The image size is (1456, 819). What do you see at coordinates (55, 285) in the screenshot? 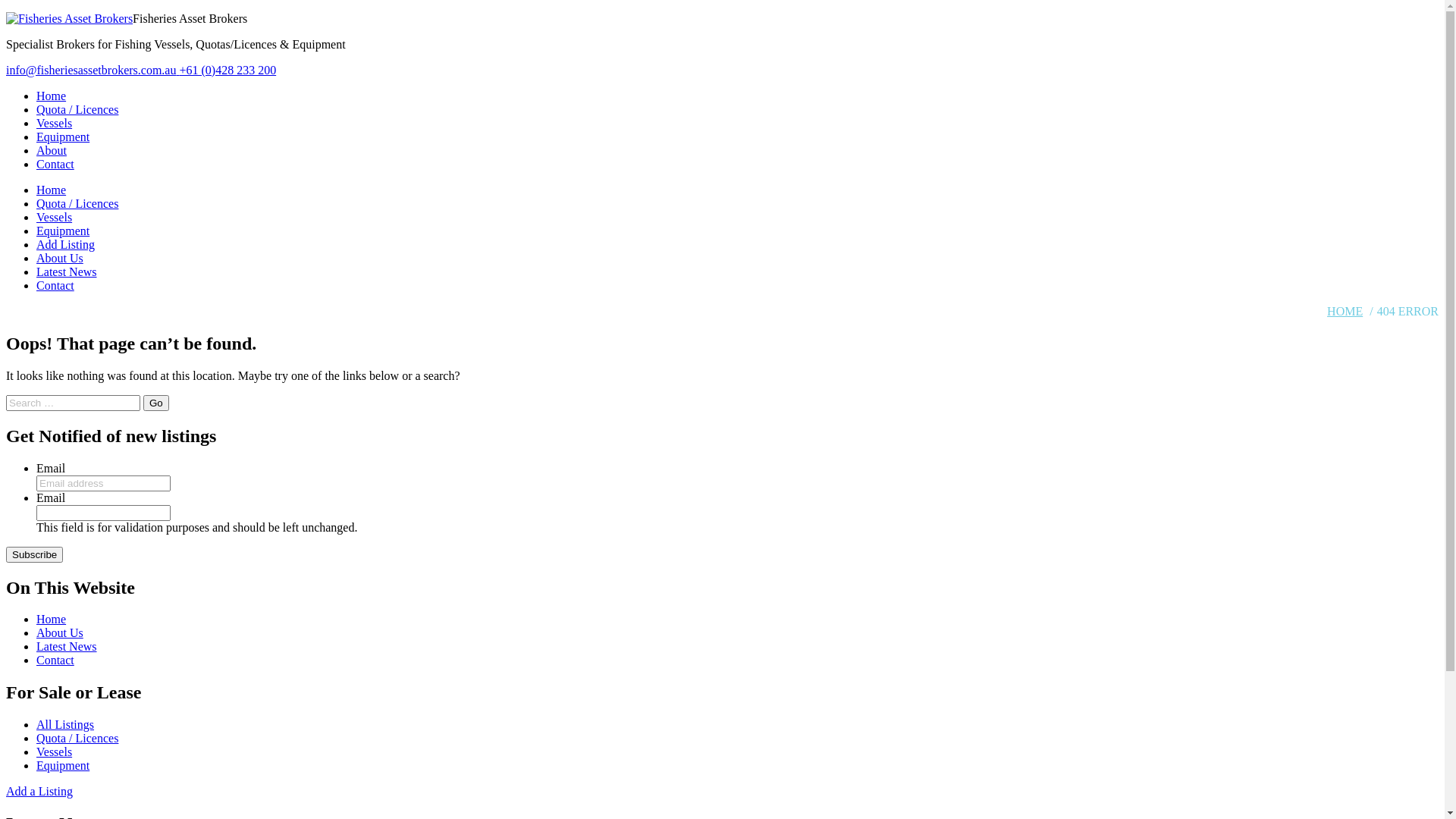
I see `'Contact'` at bounding box center [55, 285].